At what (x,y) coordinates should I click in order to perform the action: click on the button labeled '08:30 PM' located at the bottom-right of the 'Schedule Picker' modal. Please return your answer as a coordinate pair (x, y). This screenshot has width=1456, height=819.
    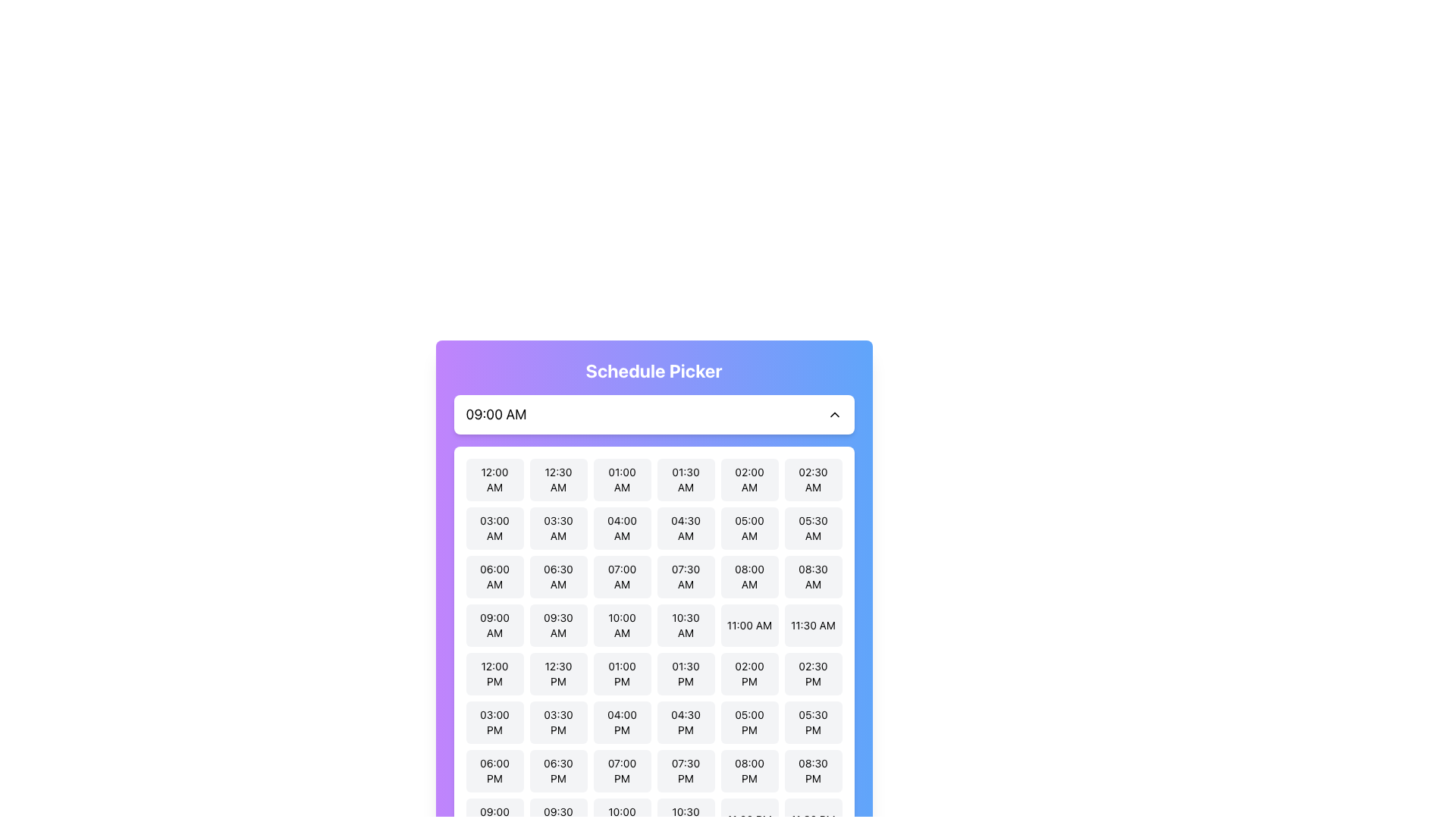
    Looking at the image, I should click on (812, 771).